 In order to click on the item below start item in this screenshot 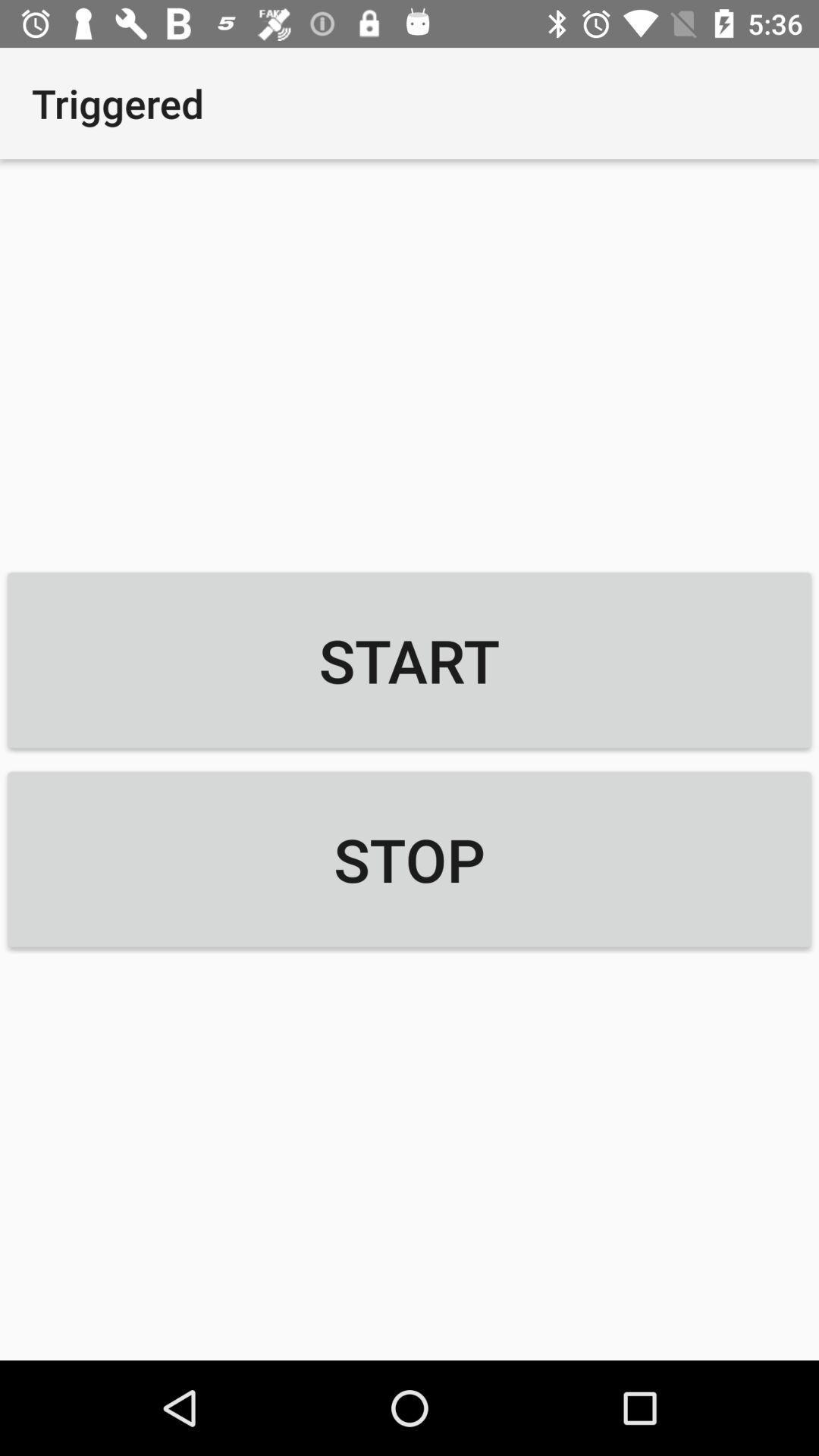, I will do `click(409, 859)`.